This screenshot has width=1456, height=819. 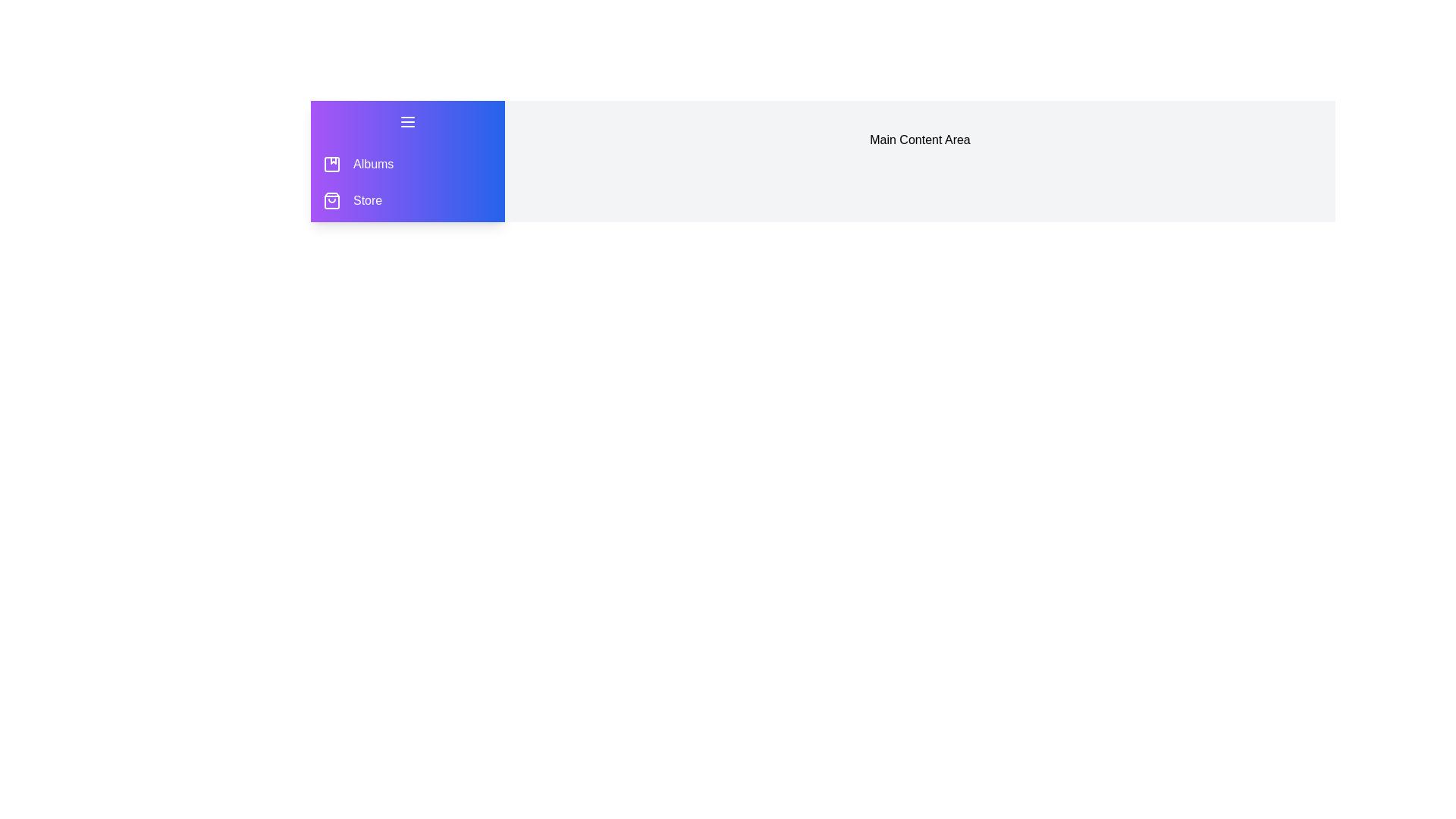 What do you see at coordinates (407, 121) in the screenshot?
I see `the menu button to toggle the drawer` at bounding box center [407, 121].